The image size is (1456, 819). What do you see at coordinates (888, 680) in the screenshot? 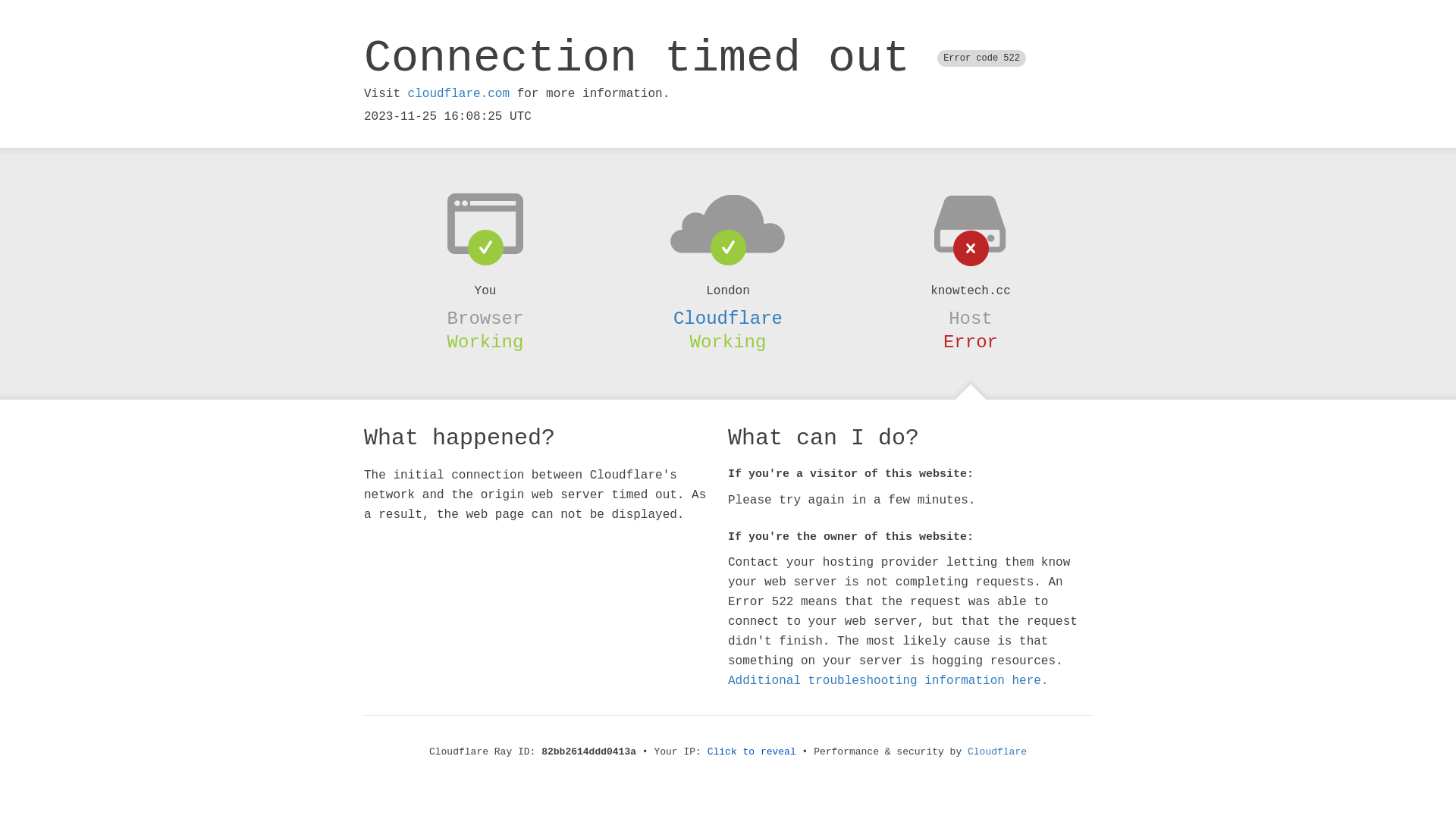
I see `'Additional troubleshooting information here.'` at bounding box center [888, 680].